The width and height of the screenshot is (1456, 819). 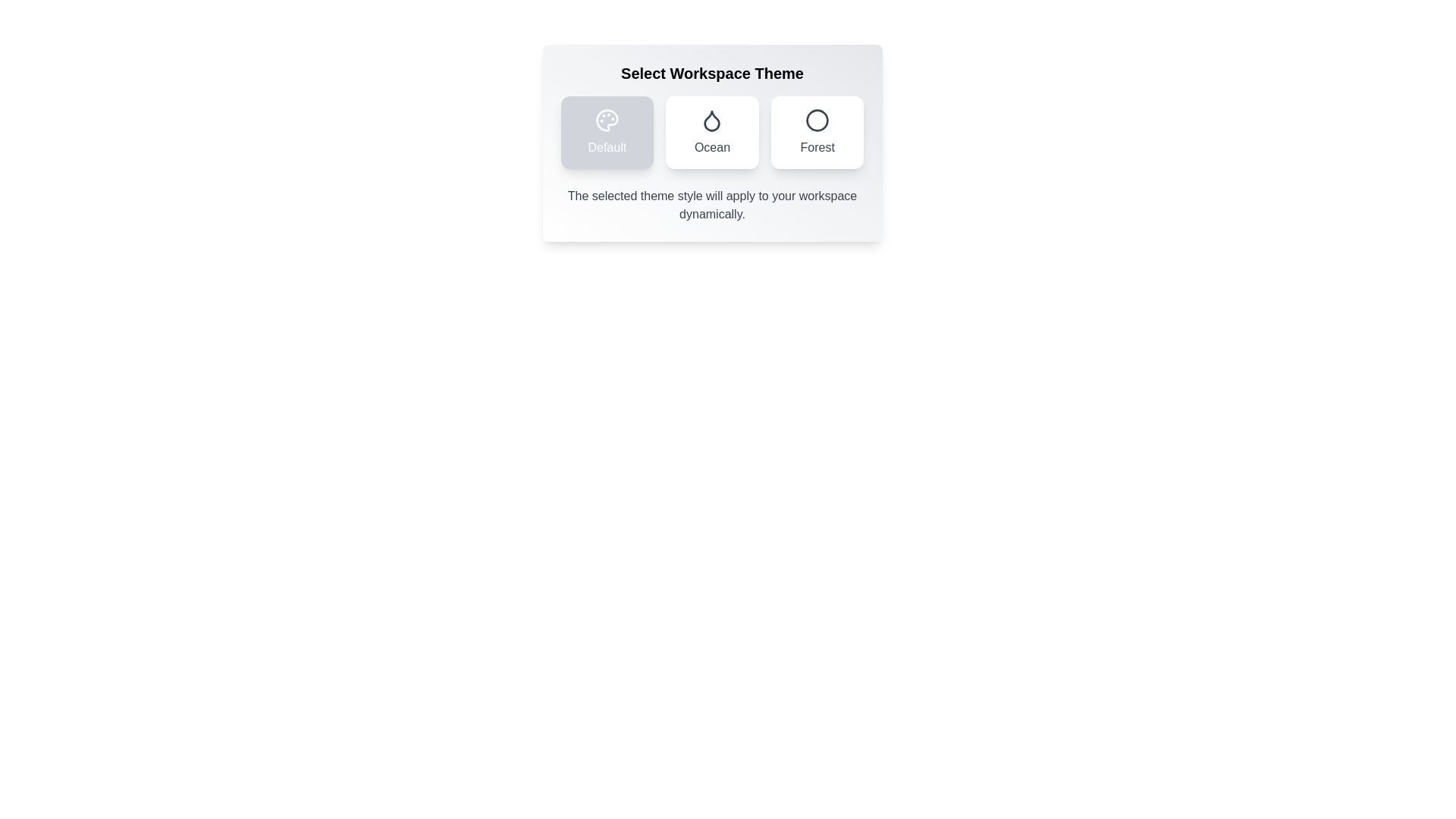 What do you see at coordinates (817, 131) in the screenshot?
I see `the Forest theme option to observe the visual feedback` at bounding box center [817, 131].